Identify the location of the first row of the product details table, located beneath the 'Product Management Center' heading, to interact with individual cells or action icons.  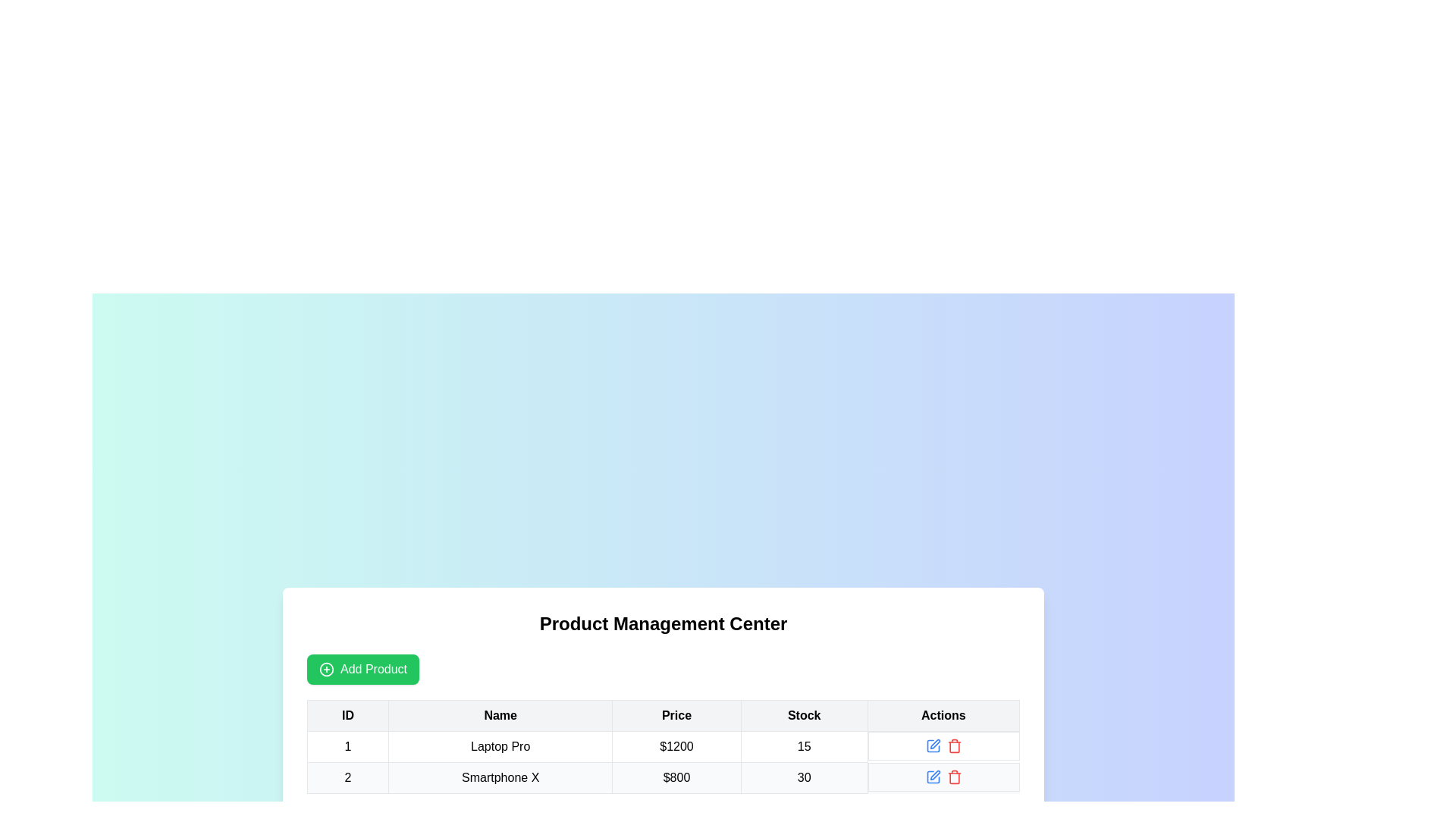
(663, 745).